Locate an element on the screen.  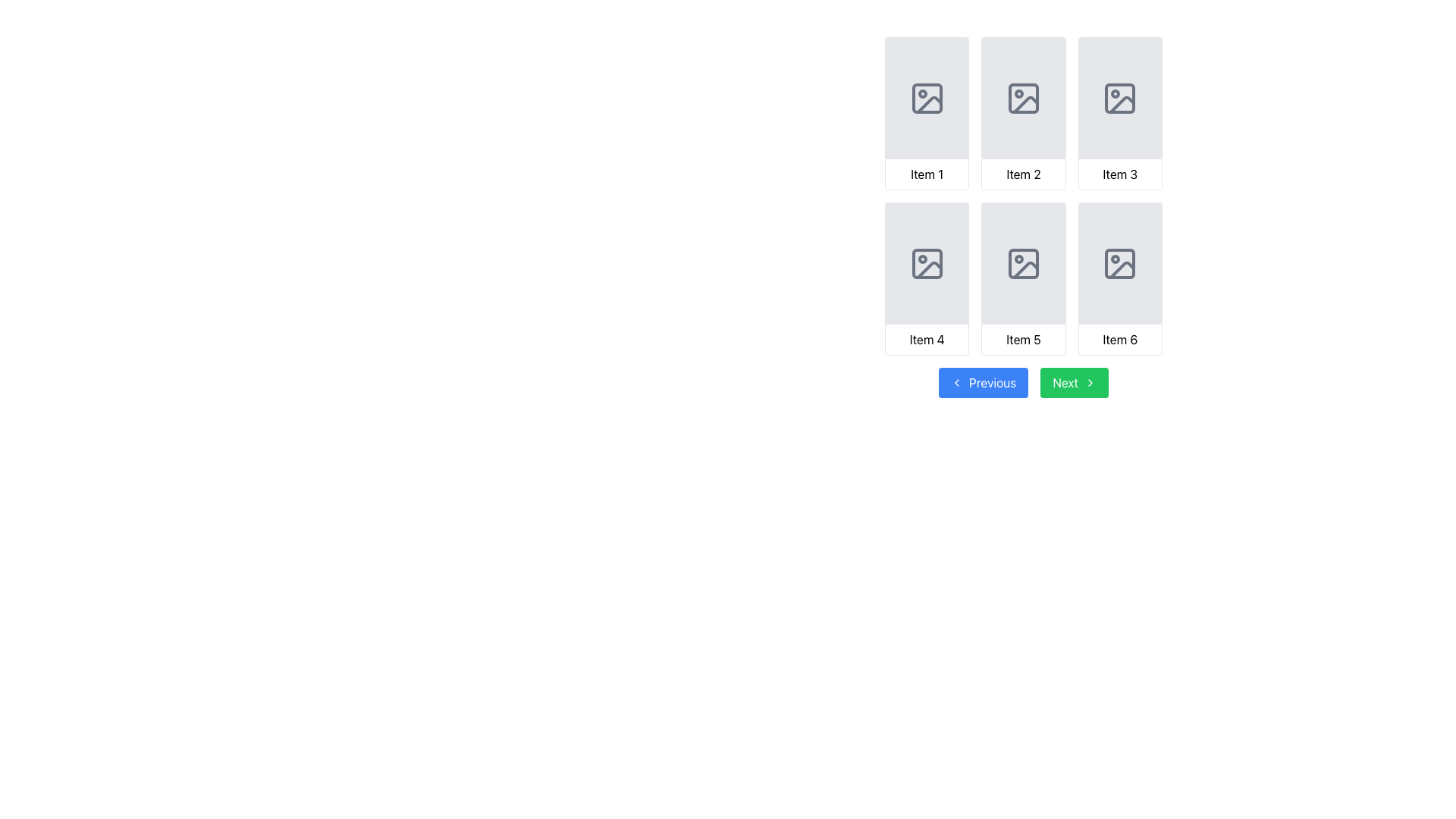
the gray rectangle with rounded corners located in the top-left image placeholder of the grid layout, corresponding to 'Item 1' is located at coordinates (926, 99).